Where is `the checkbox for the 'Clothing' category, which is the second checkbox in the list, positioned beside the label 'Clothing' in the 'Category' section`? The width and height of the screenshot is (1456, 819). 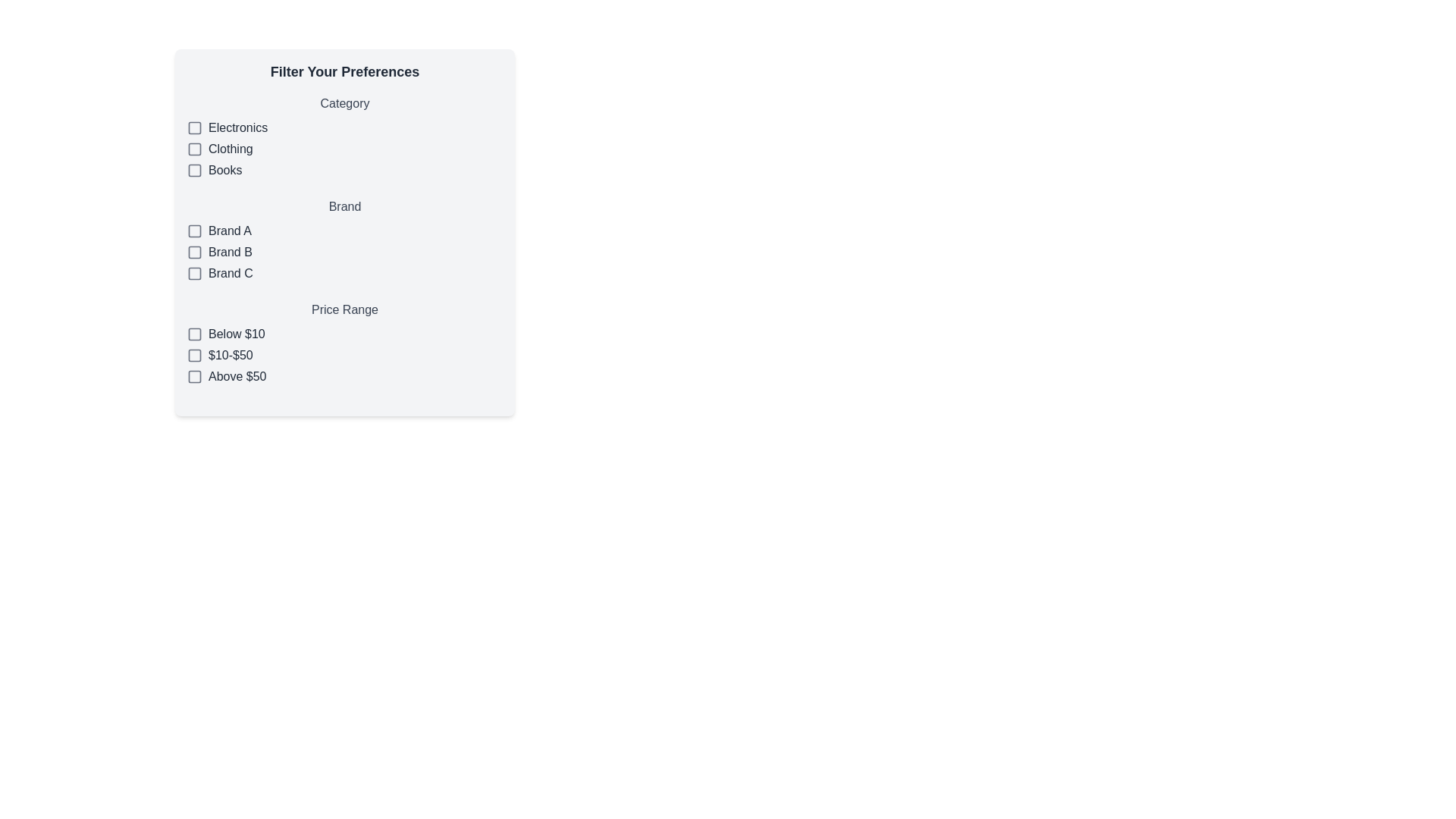 the checkbox for the 'Clothing' category, which is the second checkbox in the list, positioned beside the label 'Clothing' in the 'Category' section is located at coordinates (194, 149).